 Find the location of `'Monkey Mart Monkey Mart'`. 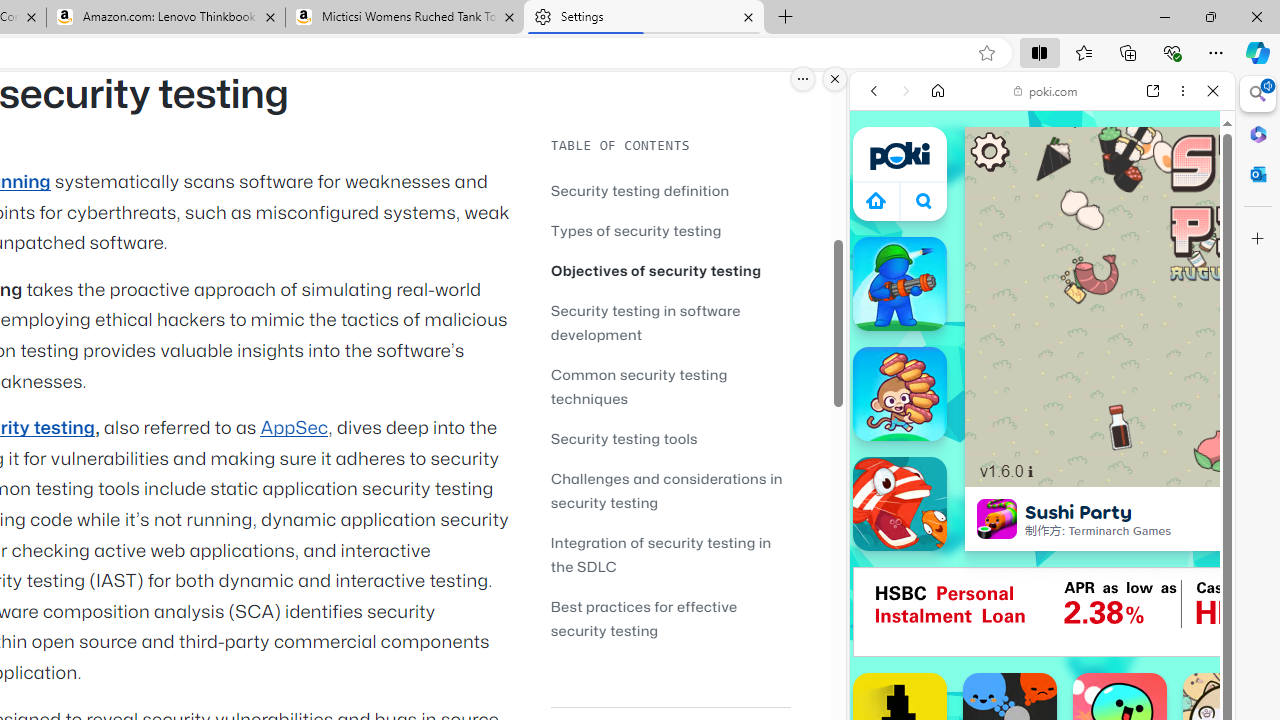

'Monkey Mart Monkey Mart' is located at coordinates (898, 393).